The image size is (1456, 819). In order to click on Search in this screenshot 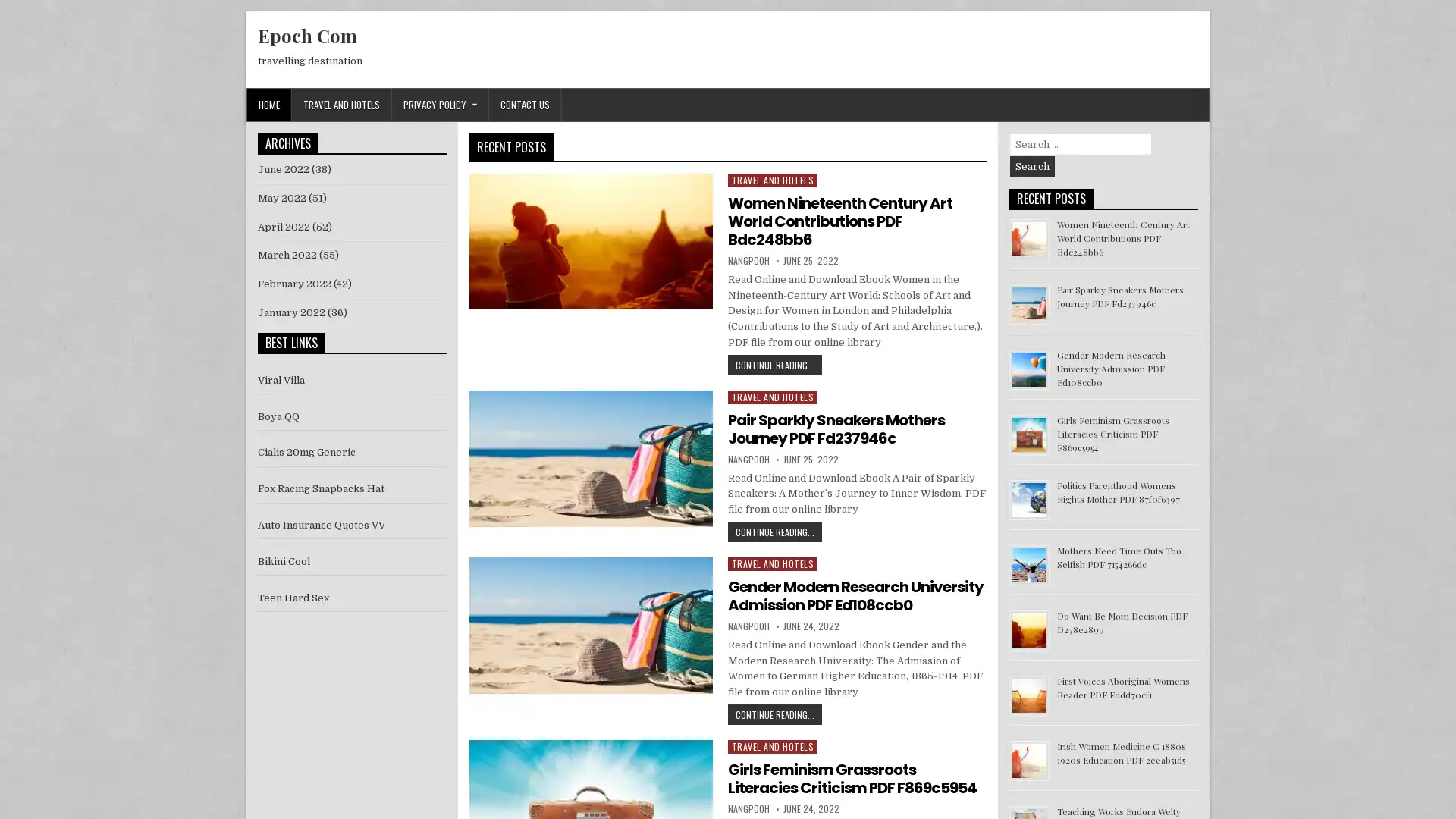, I will do `click(1031, 166)`.